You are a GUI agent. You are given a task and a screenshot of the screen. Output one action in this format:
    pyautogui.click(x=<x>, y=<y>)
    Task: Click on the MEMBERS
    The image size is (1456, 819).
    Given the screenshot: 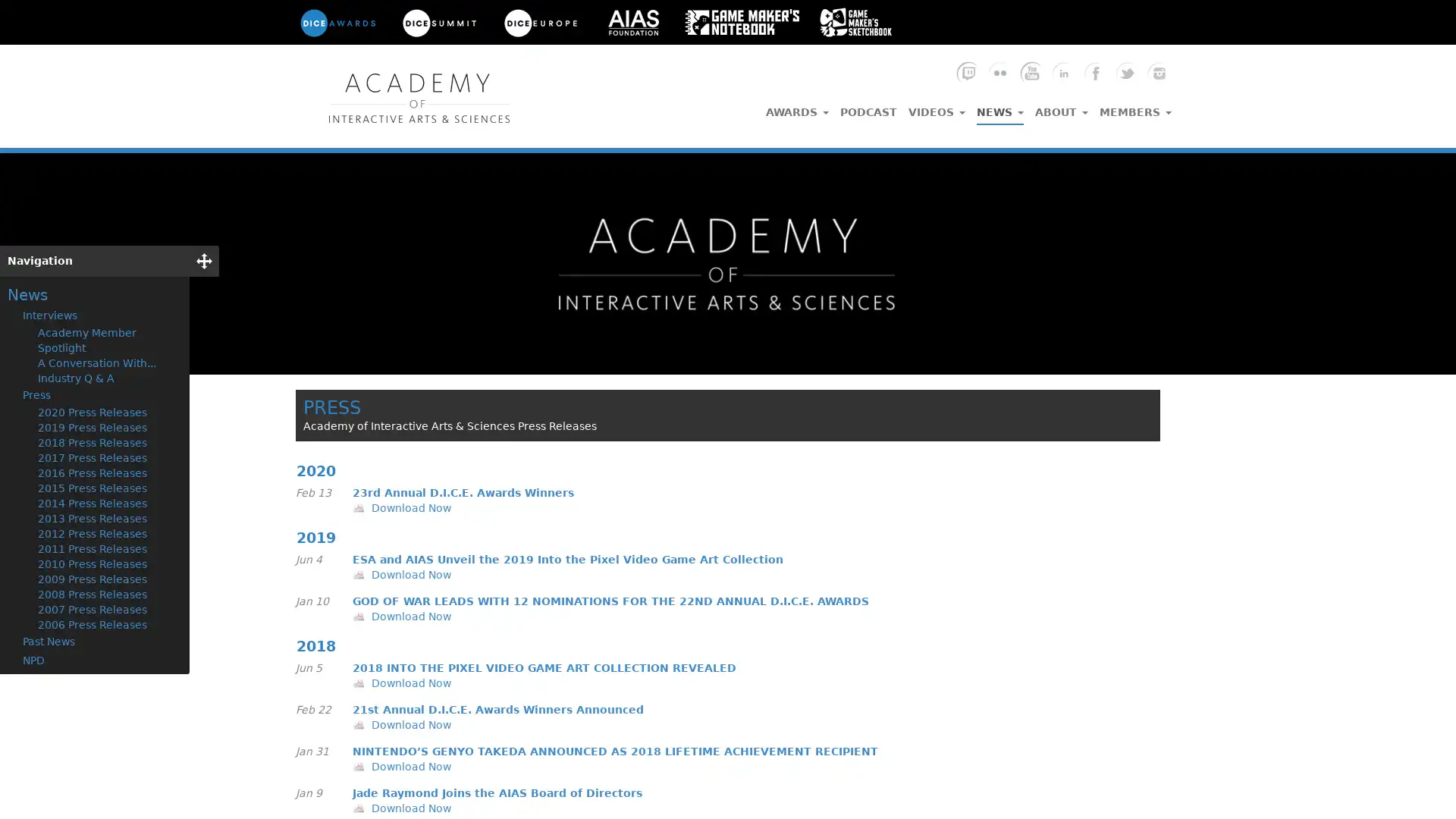 What is the action you would take?
    pyautogui.click(x=1135, y=107)
    